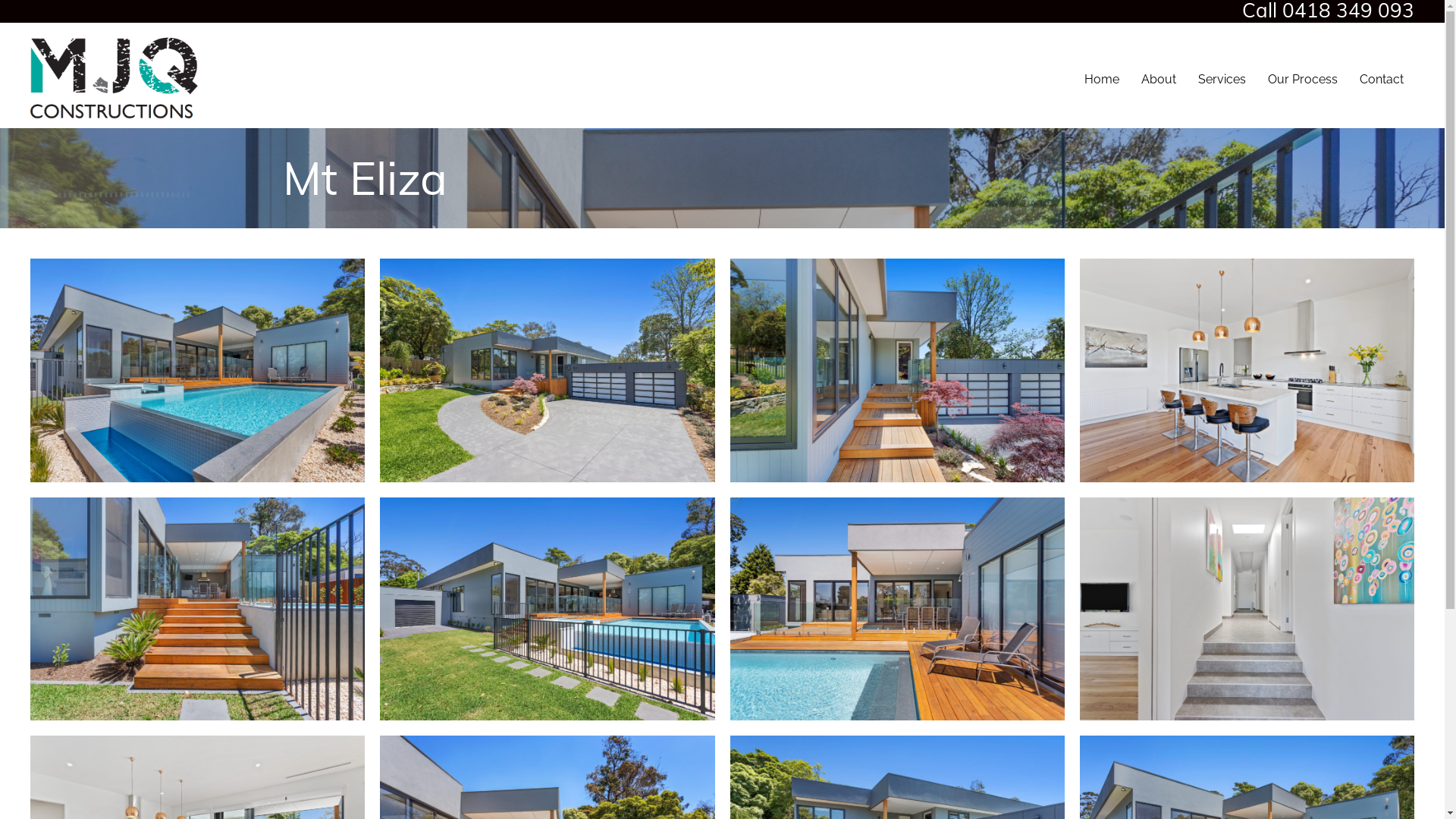 The width and height of the screenshot is (1456, 819). Describe the element at coordinates (1222, 79) in the screenshot. I see `'Services'` at that location.